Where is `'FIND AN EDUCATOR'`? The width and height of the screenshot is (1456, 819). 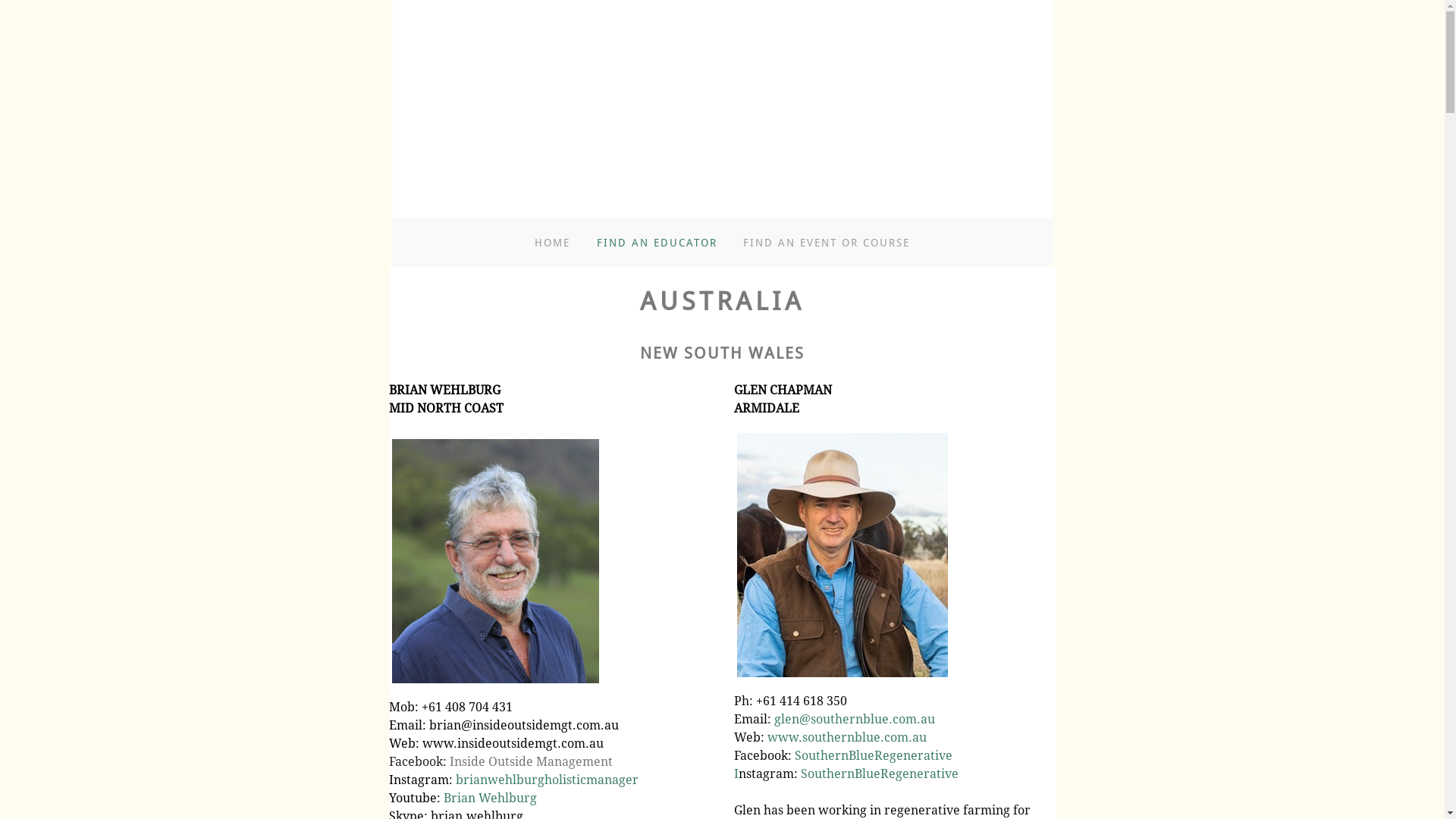 'FIND AN EDUCATOR' is located at coordinates (656, 242).